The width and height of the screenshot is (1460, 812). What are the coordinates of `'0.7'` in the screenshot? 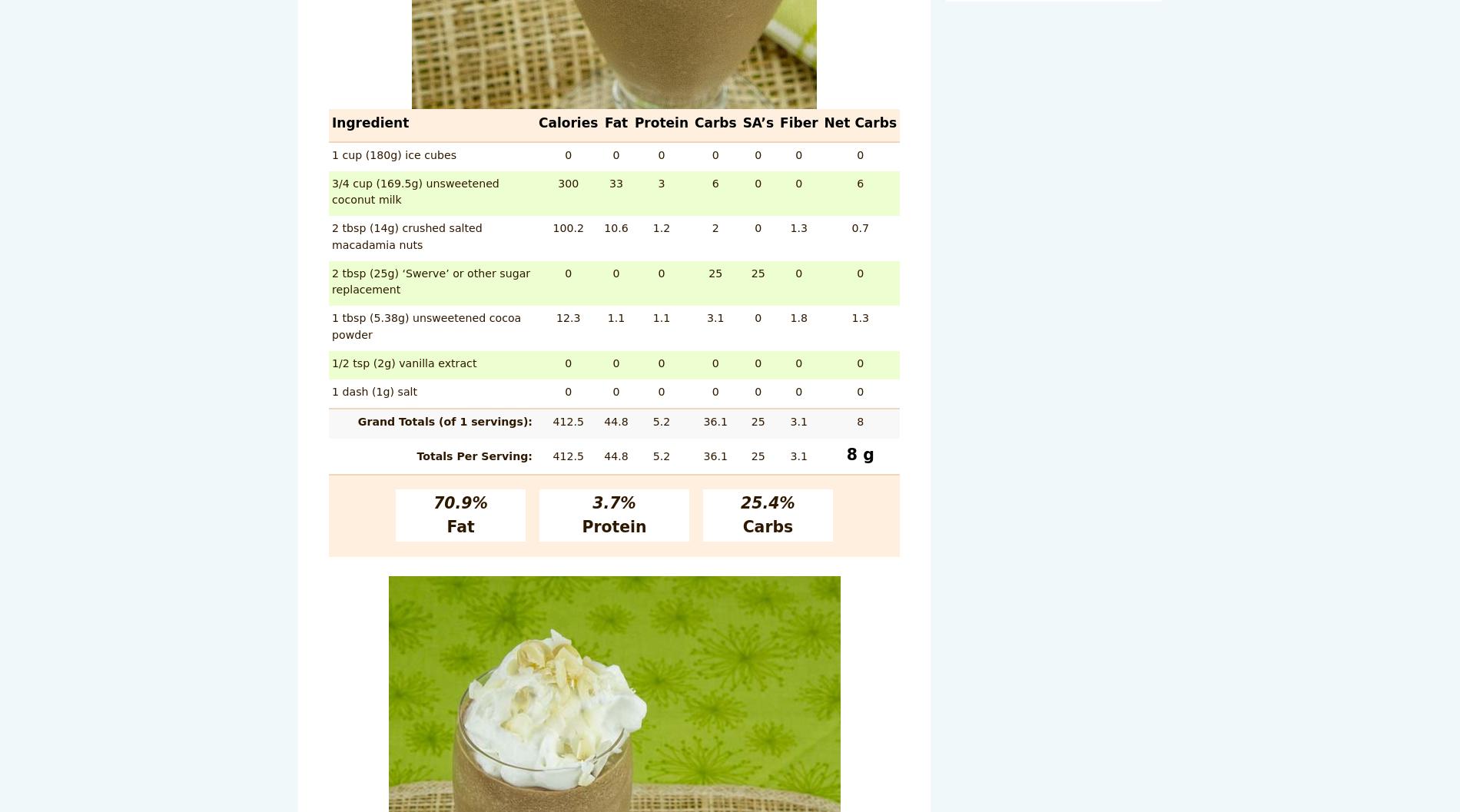 It's located at (860, 227).